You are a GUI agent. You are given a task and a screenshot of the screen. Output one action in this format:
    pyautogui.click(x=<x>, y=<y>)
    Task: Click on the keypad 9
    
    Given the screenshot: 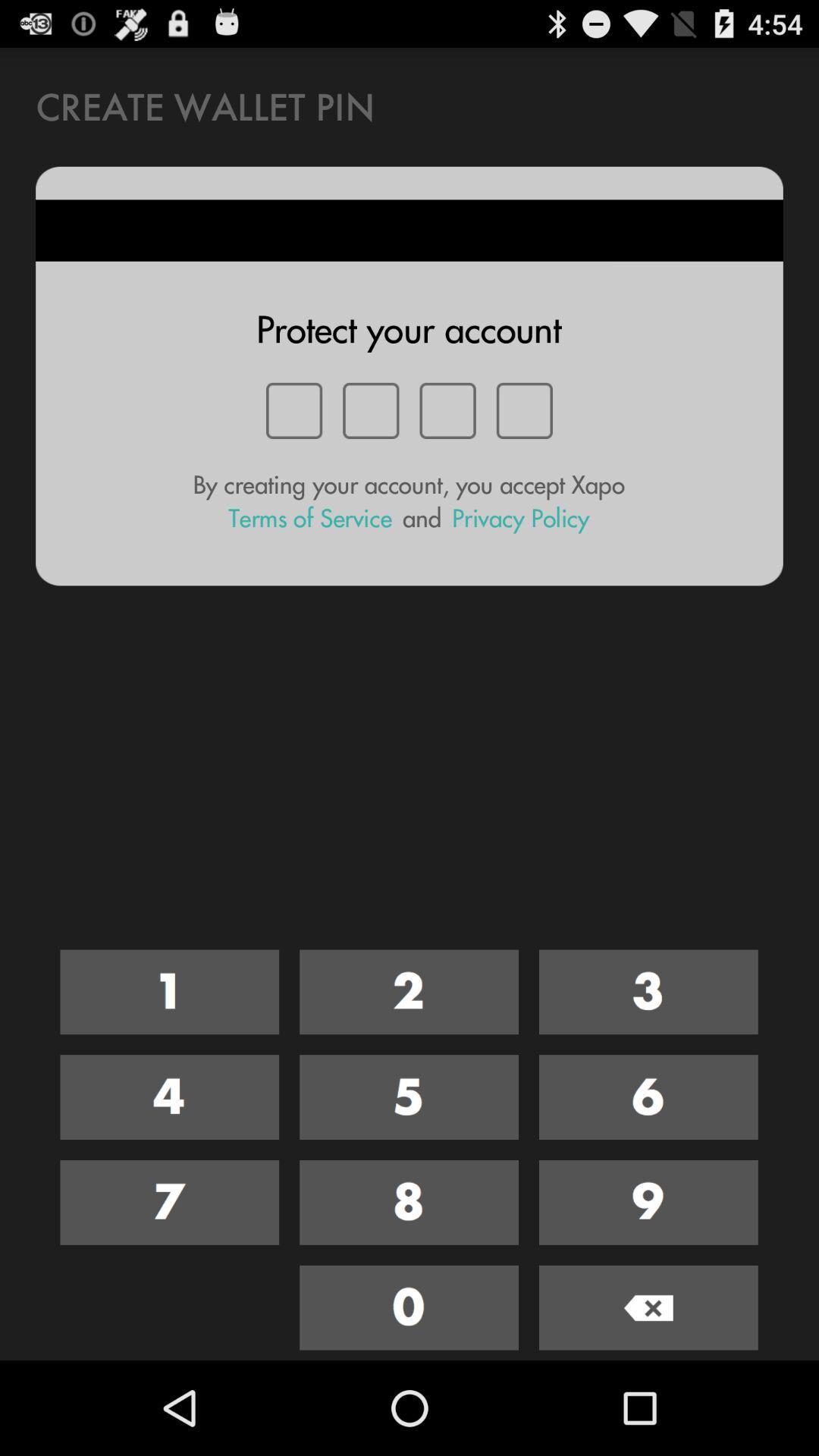 What is the action you would take?
    pyautogui.click(x=648, y=1201)
    